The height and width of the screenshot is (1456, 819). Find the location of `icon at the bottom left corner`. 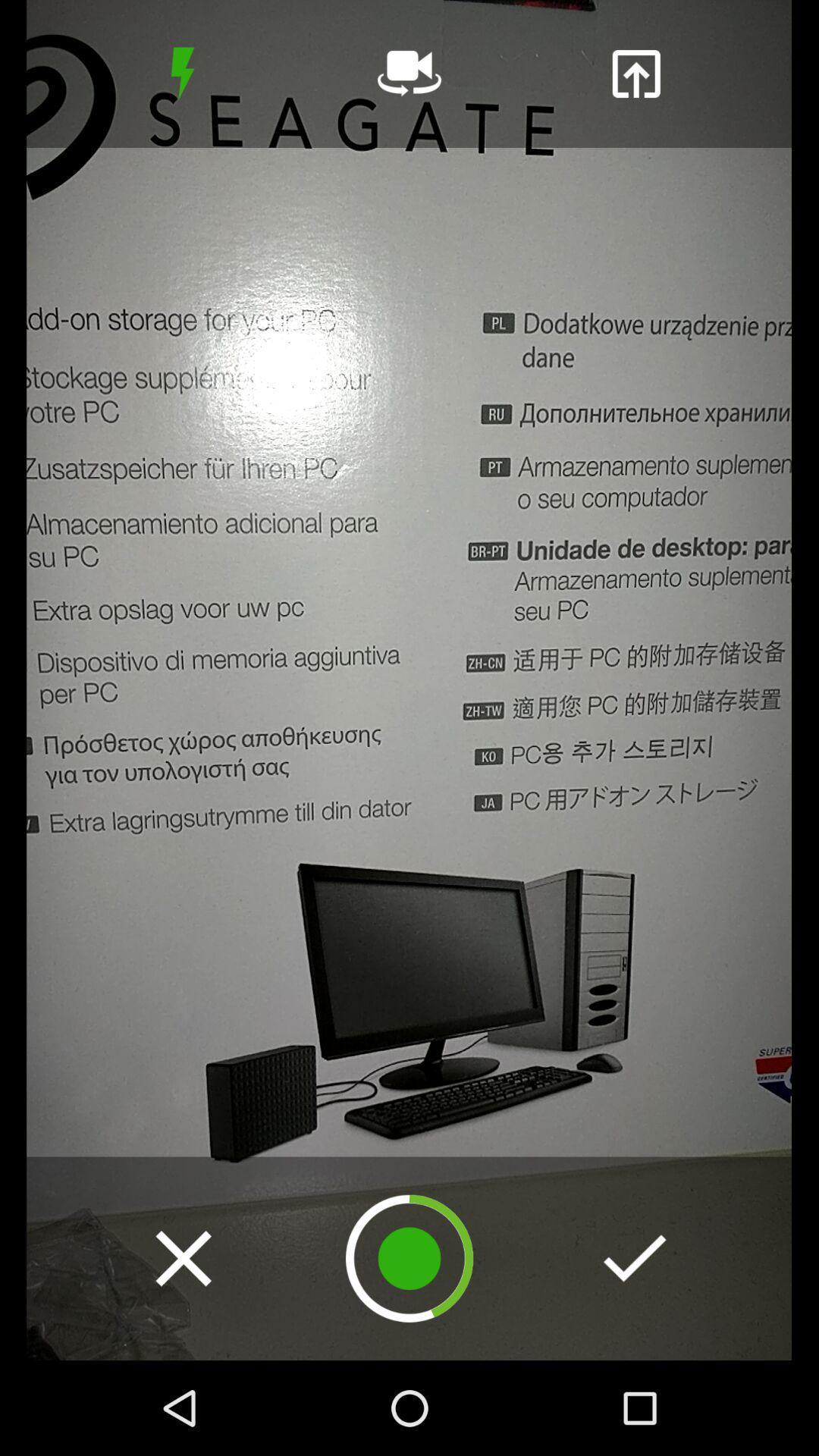

icon at the bottom left corner is located at coordinates (183, 1258).